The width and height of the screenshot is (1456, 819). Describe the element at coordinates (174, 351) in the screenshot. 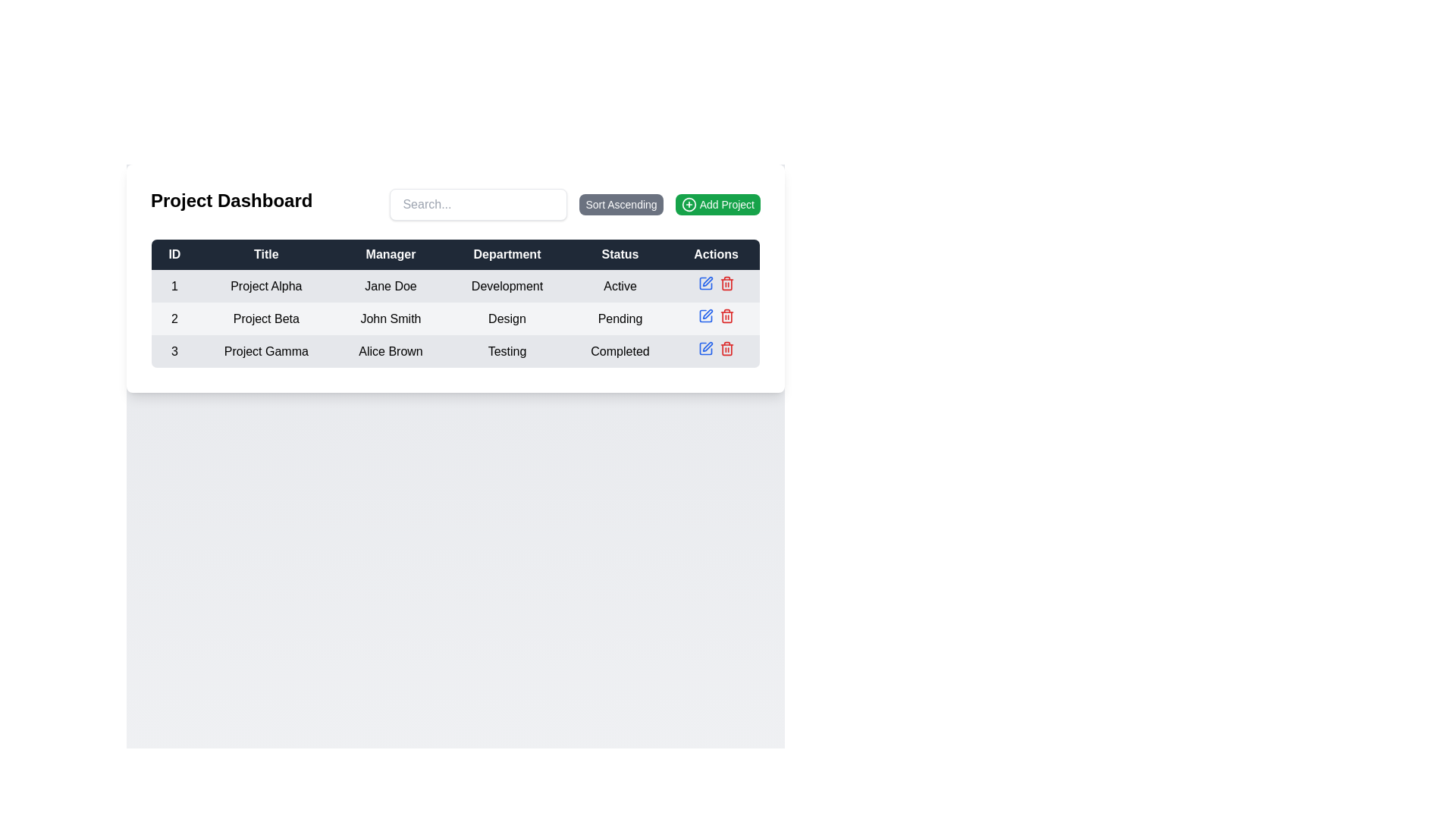

I see `the static text label displaying the numeric value '3', which is located in the first cell of the third row under the 'ID' column in the tabular layout for 'Project Gamma'` at that location.